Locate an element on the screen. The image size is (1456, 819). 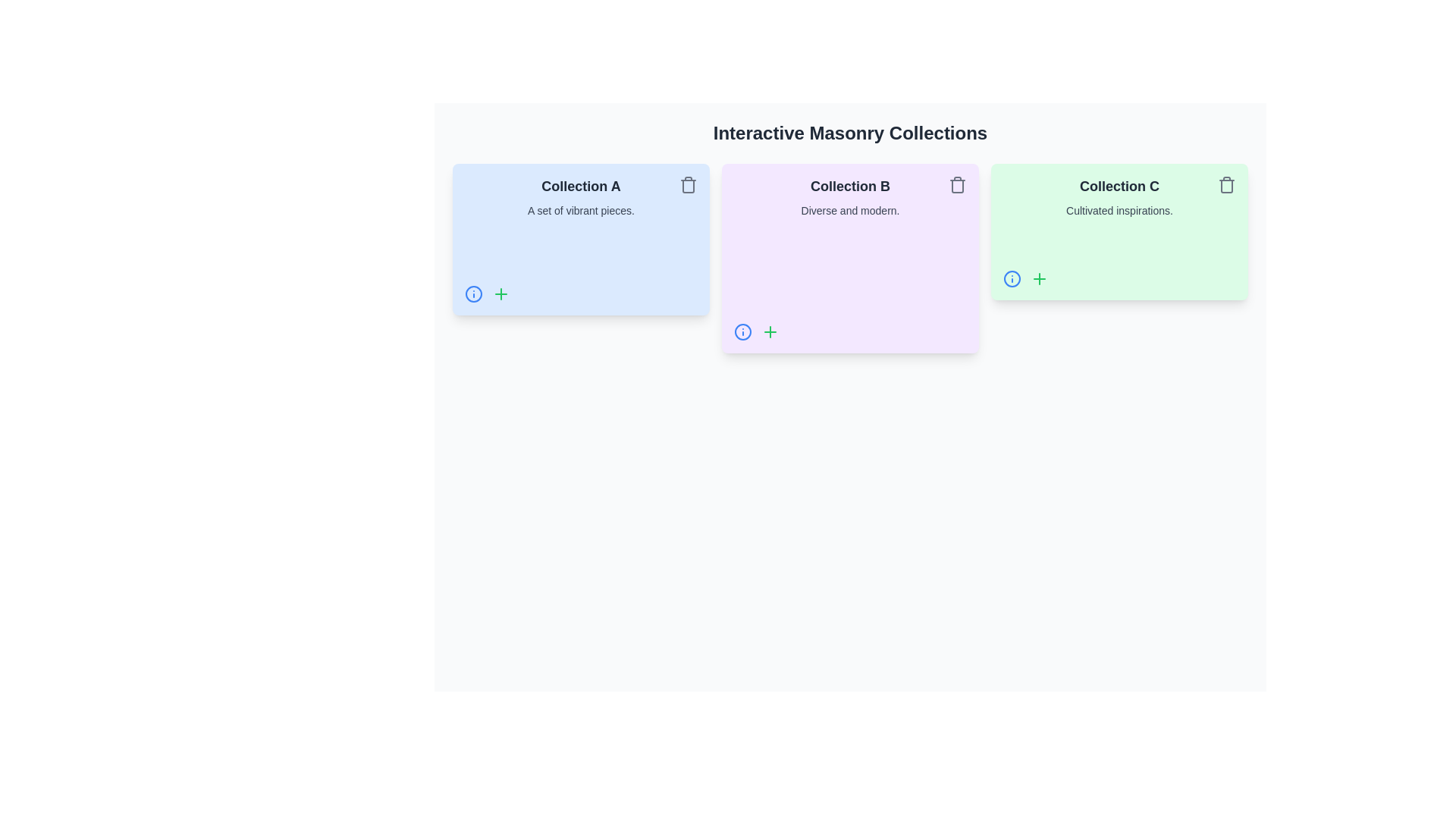
the delete button located in the top-right corner of the green card labeled 'Collection C - Cultivated inspirations' is located at coordinates (1226, 184).